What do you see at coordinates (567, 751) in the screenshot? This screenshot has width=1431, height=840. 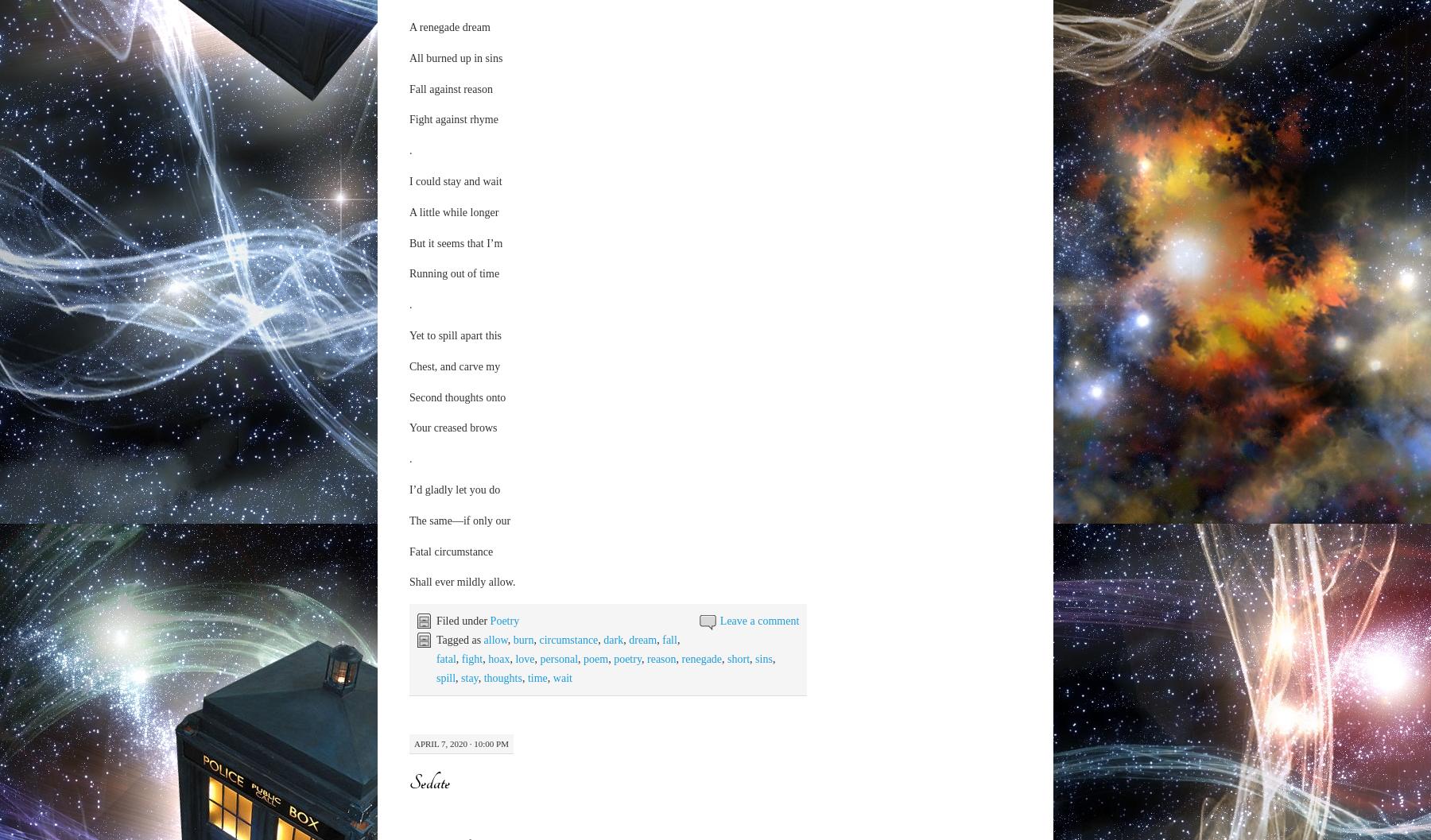 I see `'sweet'` at bounding box center [567, 751].